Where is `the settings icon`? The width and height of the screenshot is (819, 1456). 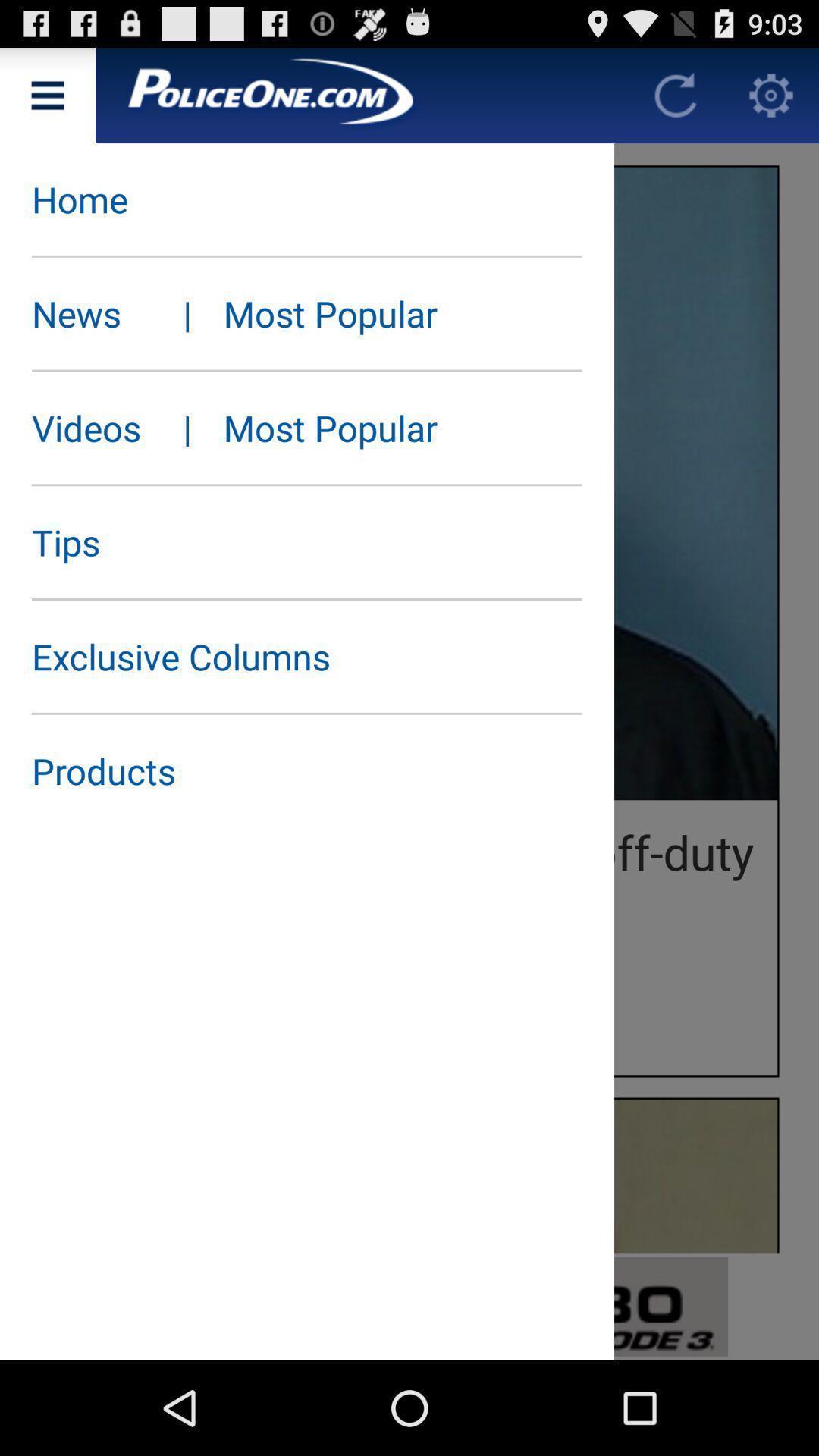
the settings icon is located at coordinates (771, 101).